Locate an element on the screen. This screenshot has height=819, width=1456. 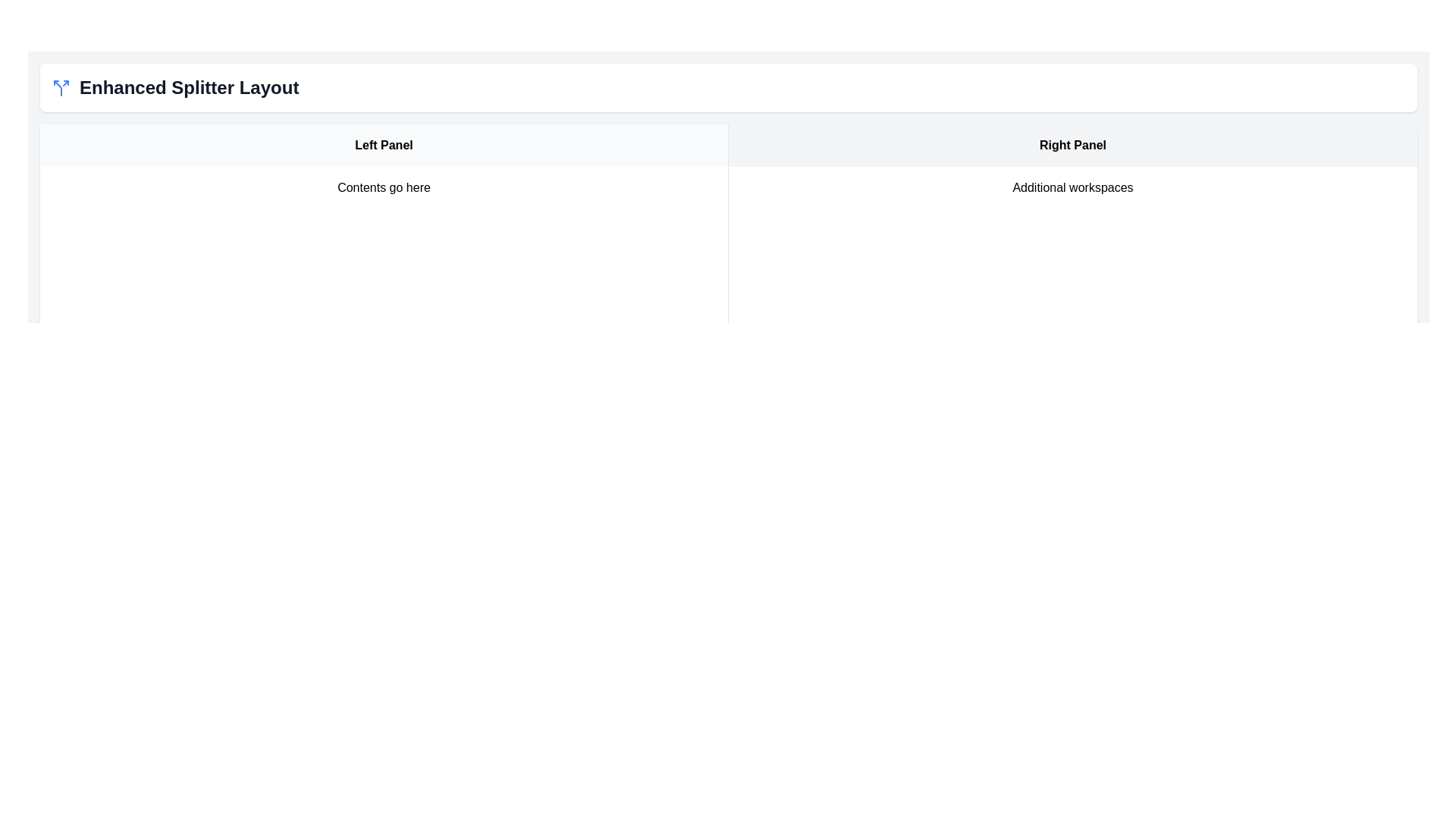
the Static Text Label located in the Right Panel section, which serves as a header or descriptor for related content, centered below the title 'Right Panel' is located at coordinates (1072, 187).